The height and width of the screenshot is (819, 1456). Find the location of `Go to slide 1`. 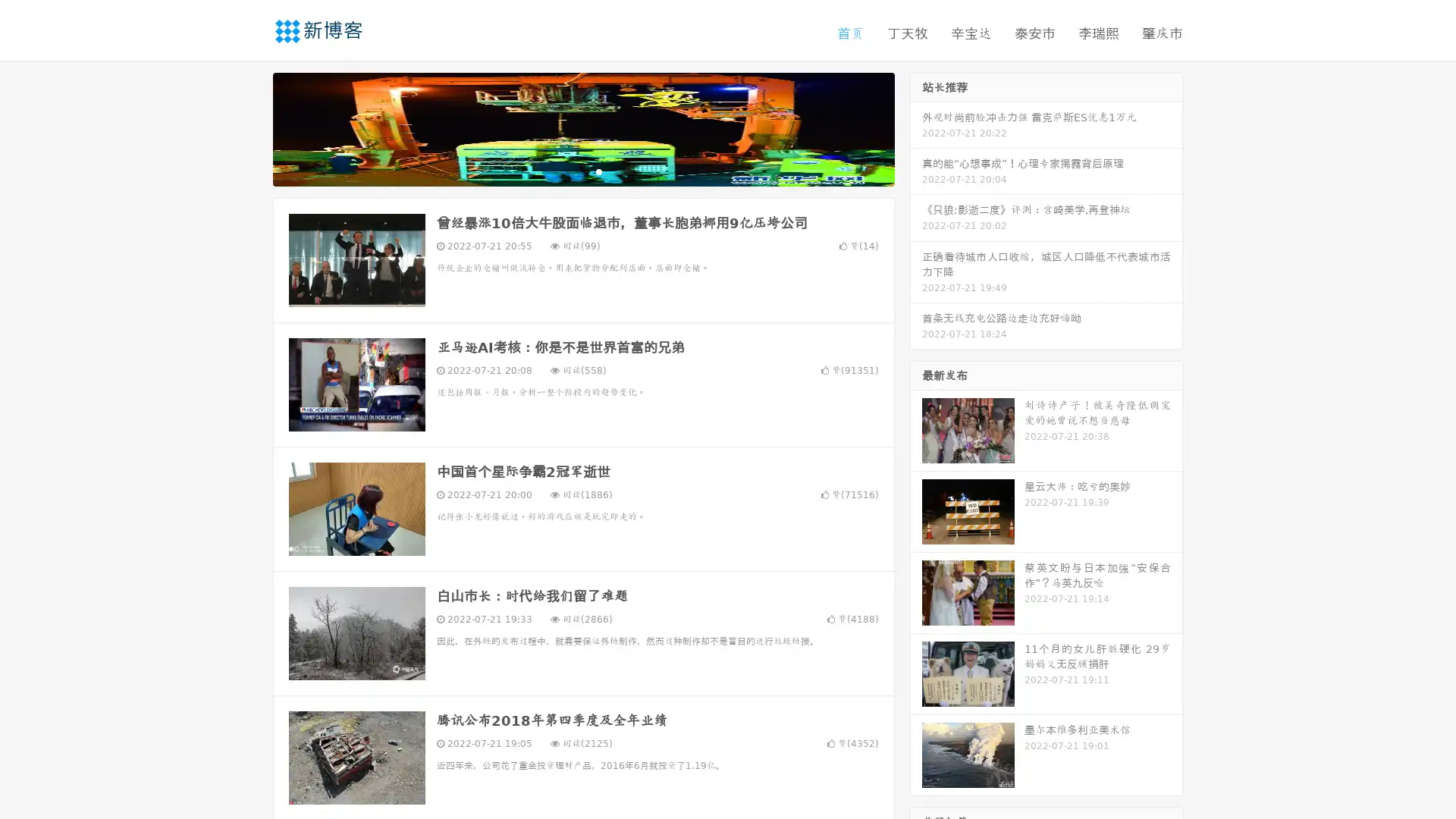

Go to slide 1 is located at coordinates (567, 171).